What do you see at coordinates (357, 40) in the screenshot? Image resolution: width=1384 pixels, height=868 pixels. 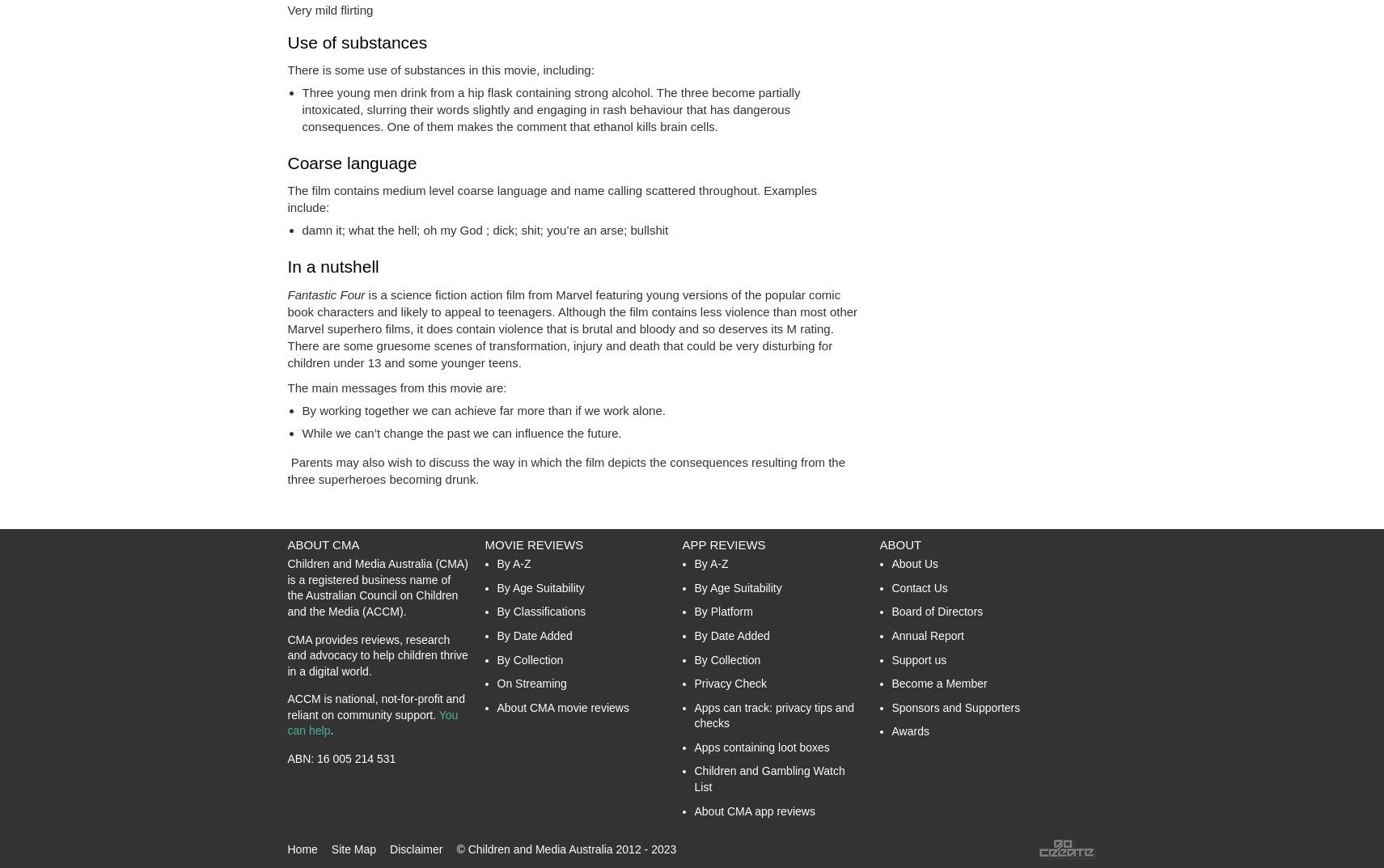 I see `'Use of substances'` at bounding box center [357, 40].